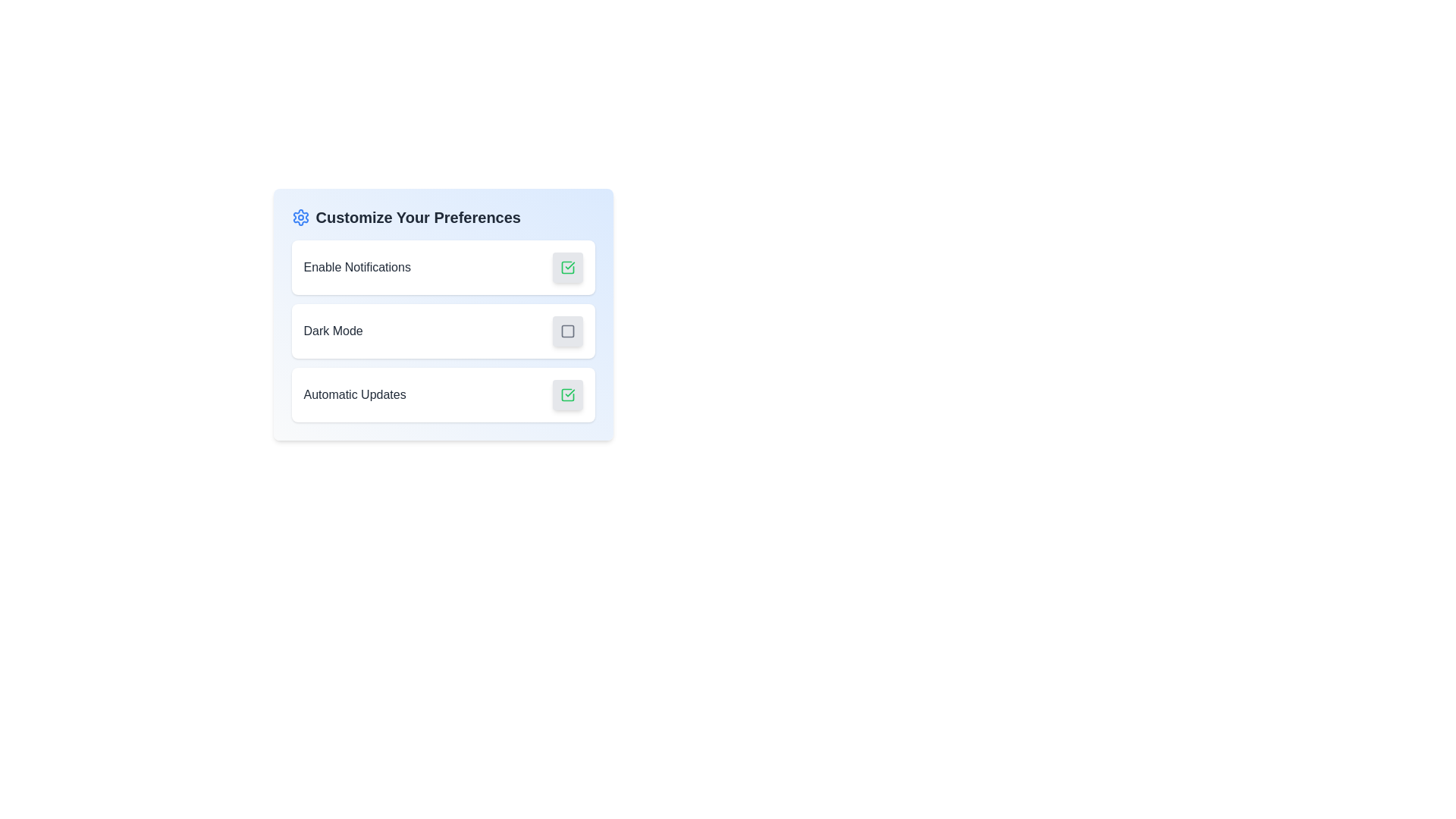 This screenshot has height=819, width=1456. What do you see at coordinates (566, 394) in the screenshot?
I see `the green square icon with a check mark inside it` at bounding box center [566, 394].